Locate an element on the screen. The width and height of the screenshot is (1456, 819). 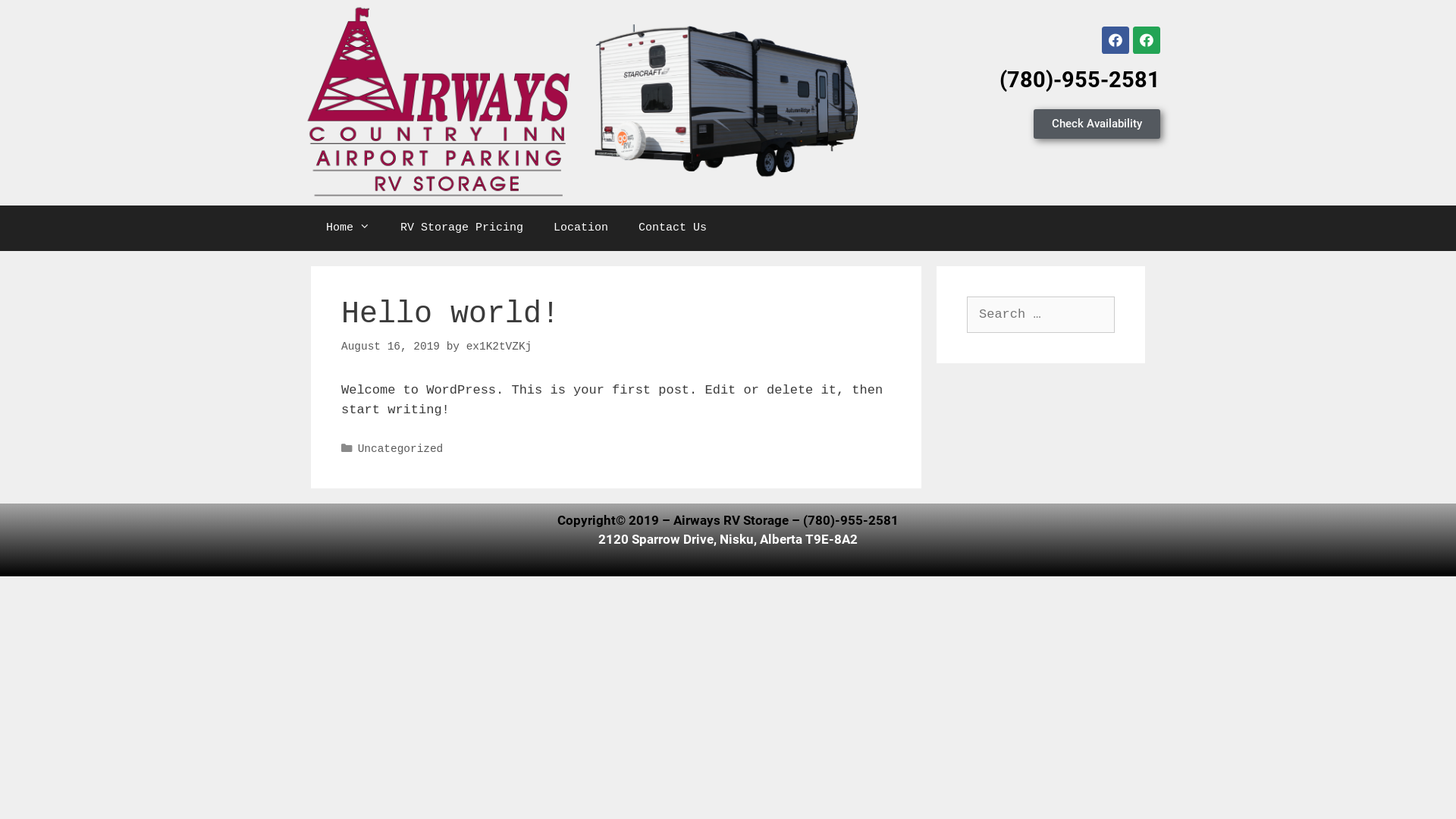
'(780)-955-2581' is located at coordinates (1079, 79).